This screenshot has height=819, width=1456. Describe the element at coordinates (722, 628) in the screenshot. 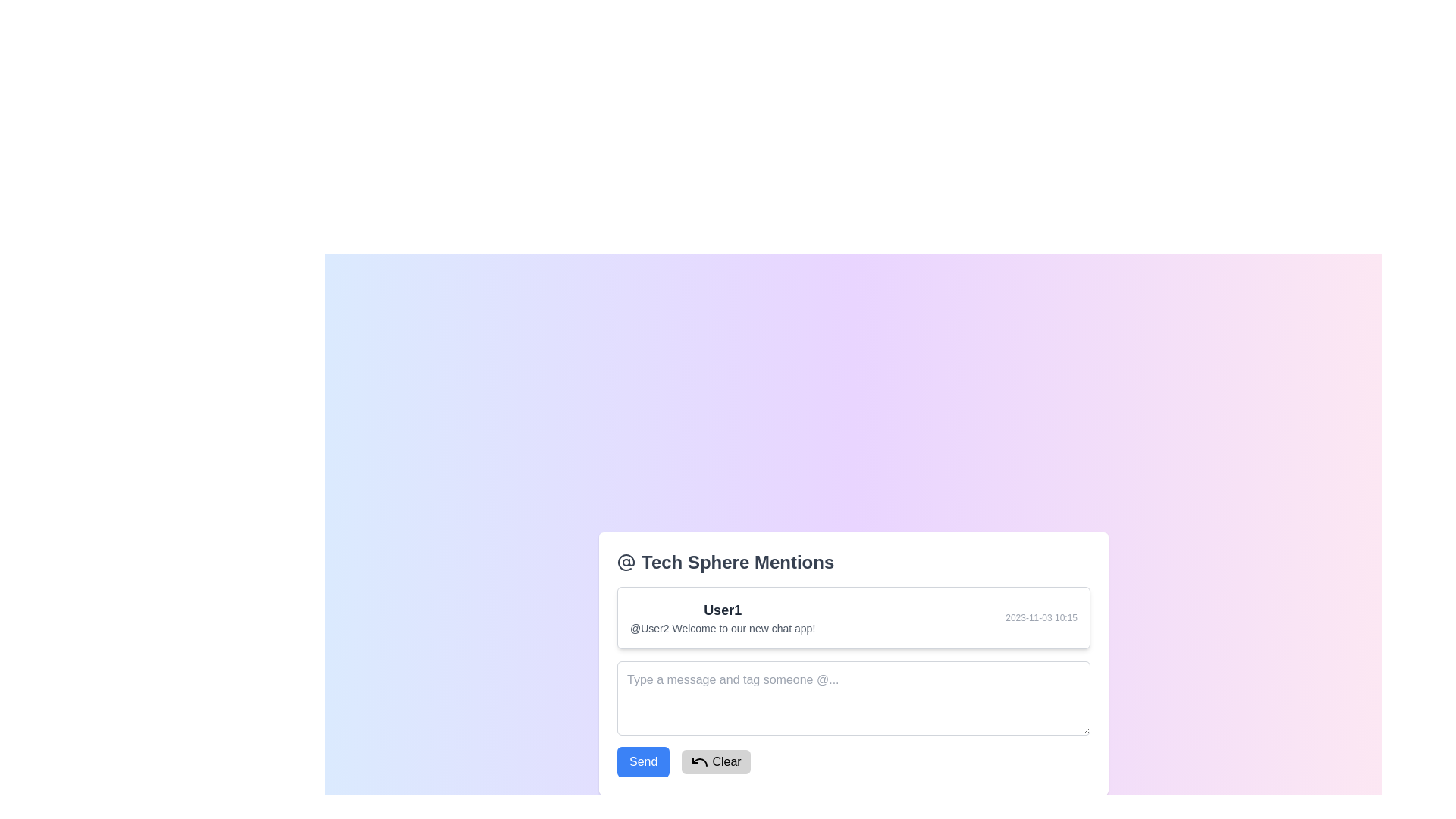

I see `the text label displaying a message tagged to user '@User2', located directly below the bold username 'User1' in the chat interface` at that location.